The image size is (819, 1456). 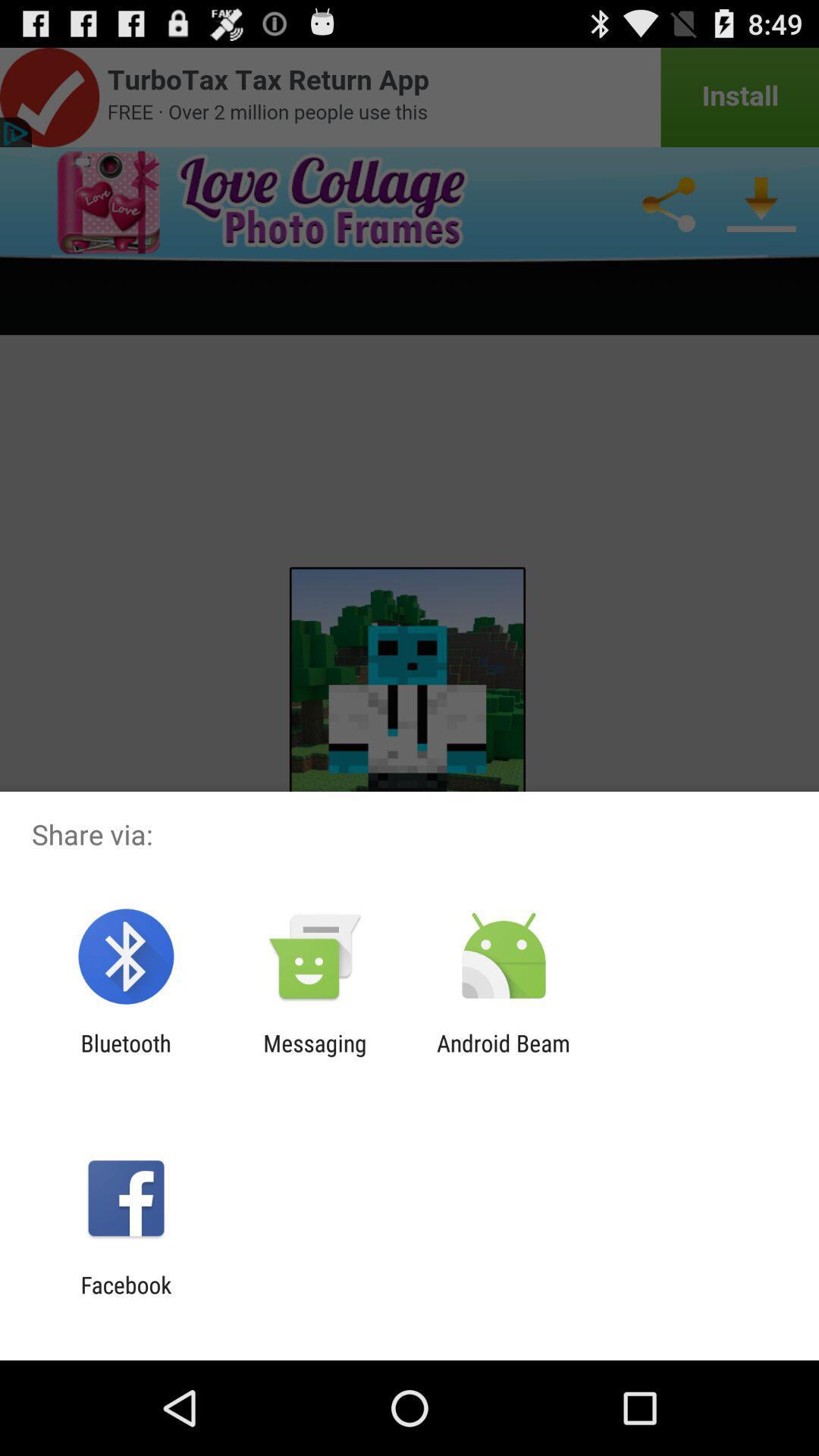 I want to click on the item next to bluetooth item, so click(x=314, y=1056).